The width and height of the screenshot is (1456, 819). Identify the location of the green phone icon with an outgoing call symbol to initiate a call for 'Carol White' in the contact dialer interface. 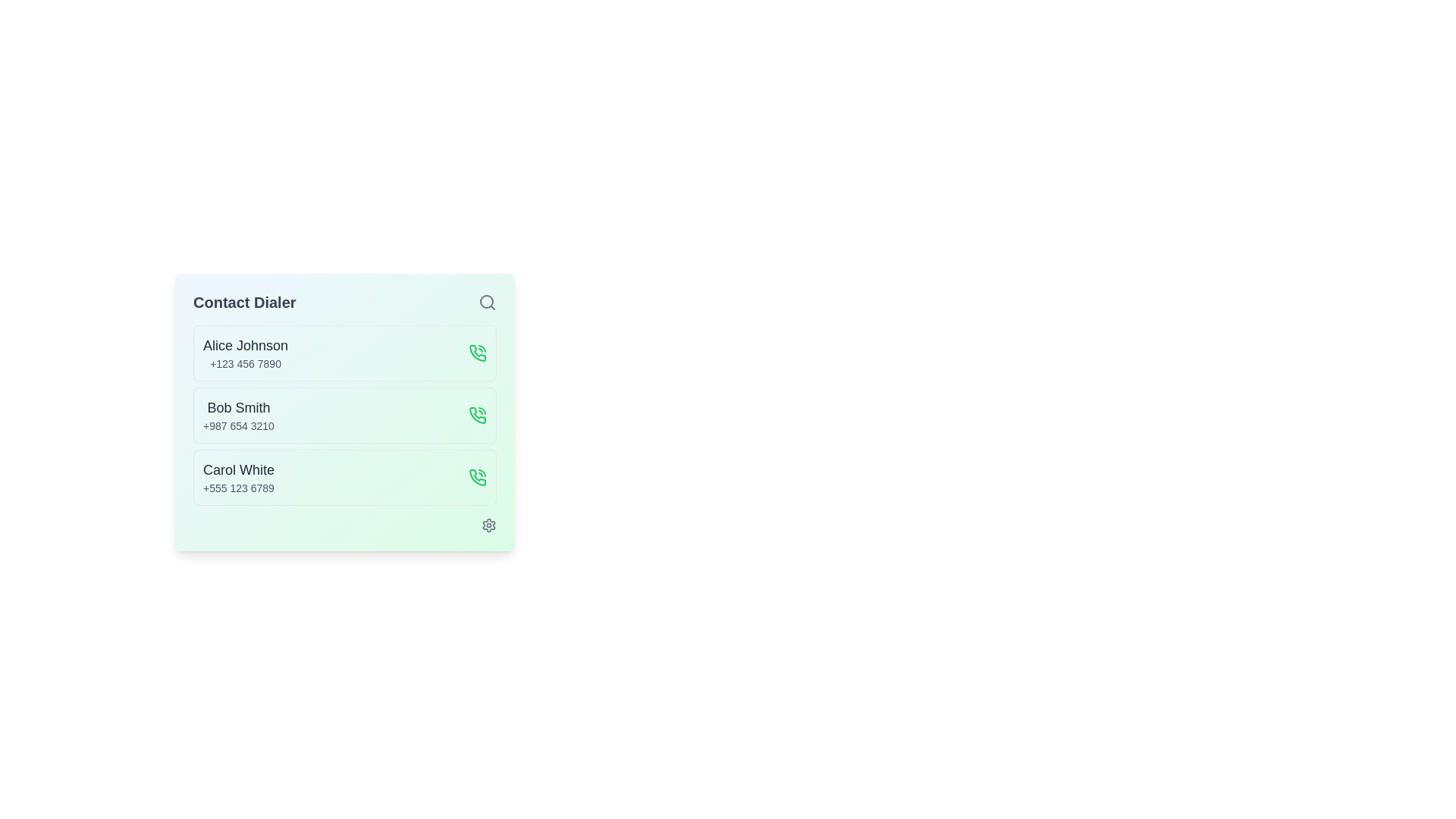
(477, 476).